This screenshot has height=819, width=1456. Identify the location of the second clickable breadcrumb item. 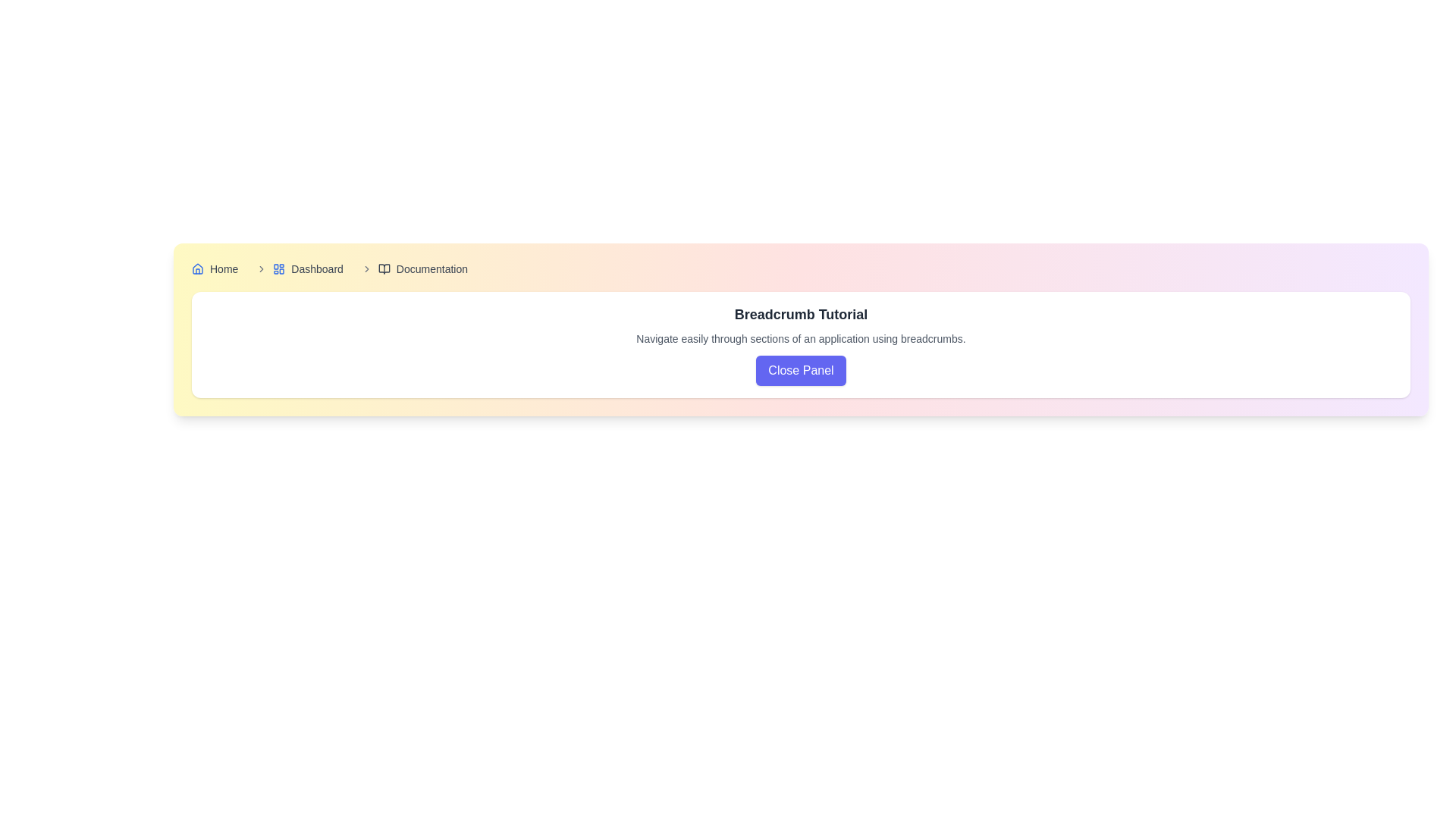
(307, 268).